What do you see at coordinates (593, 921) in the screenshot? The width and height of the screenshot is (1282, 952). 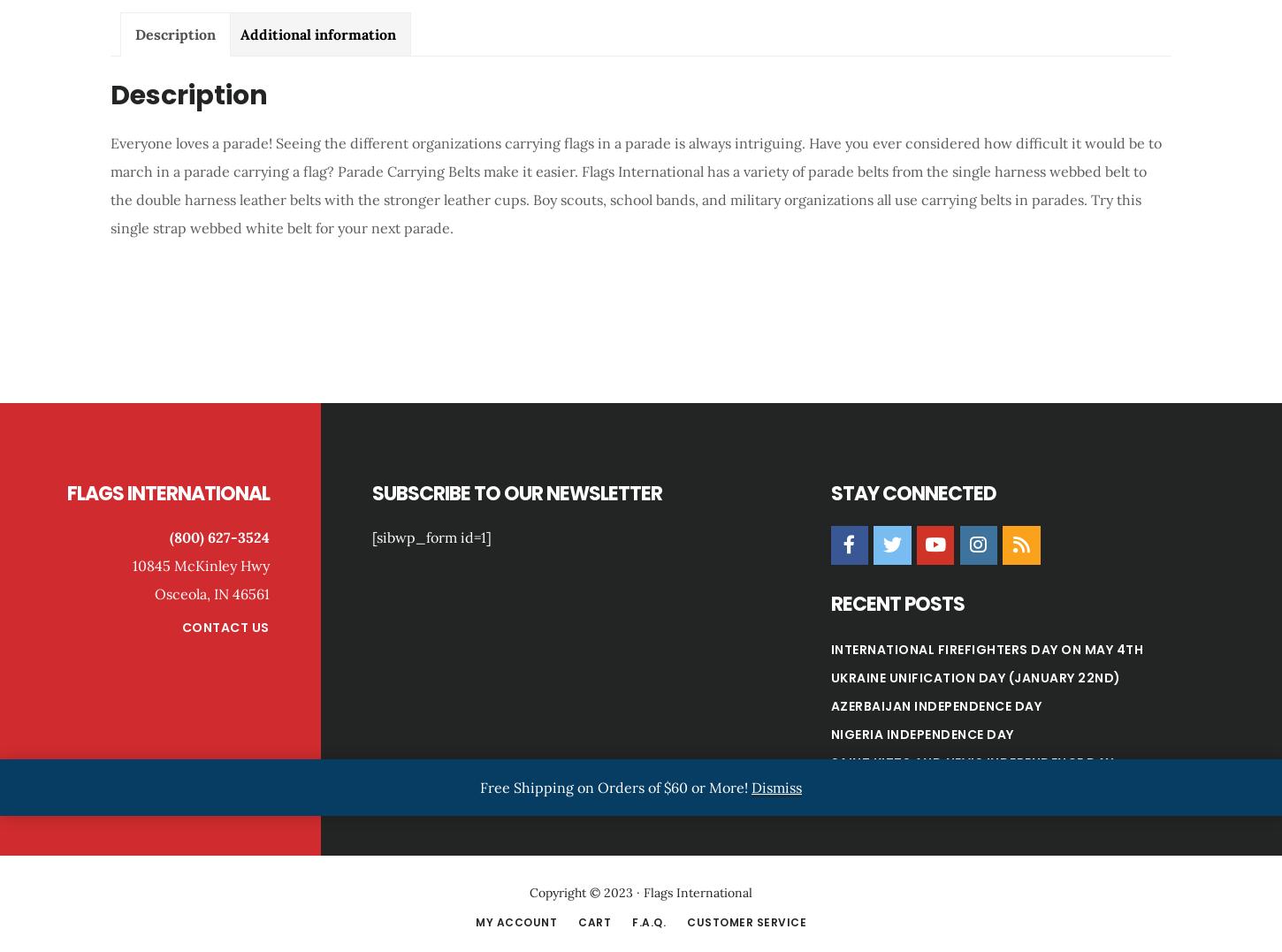 I see `'Cart'` at bounding box center [593, 921].